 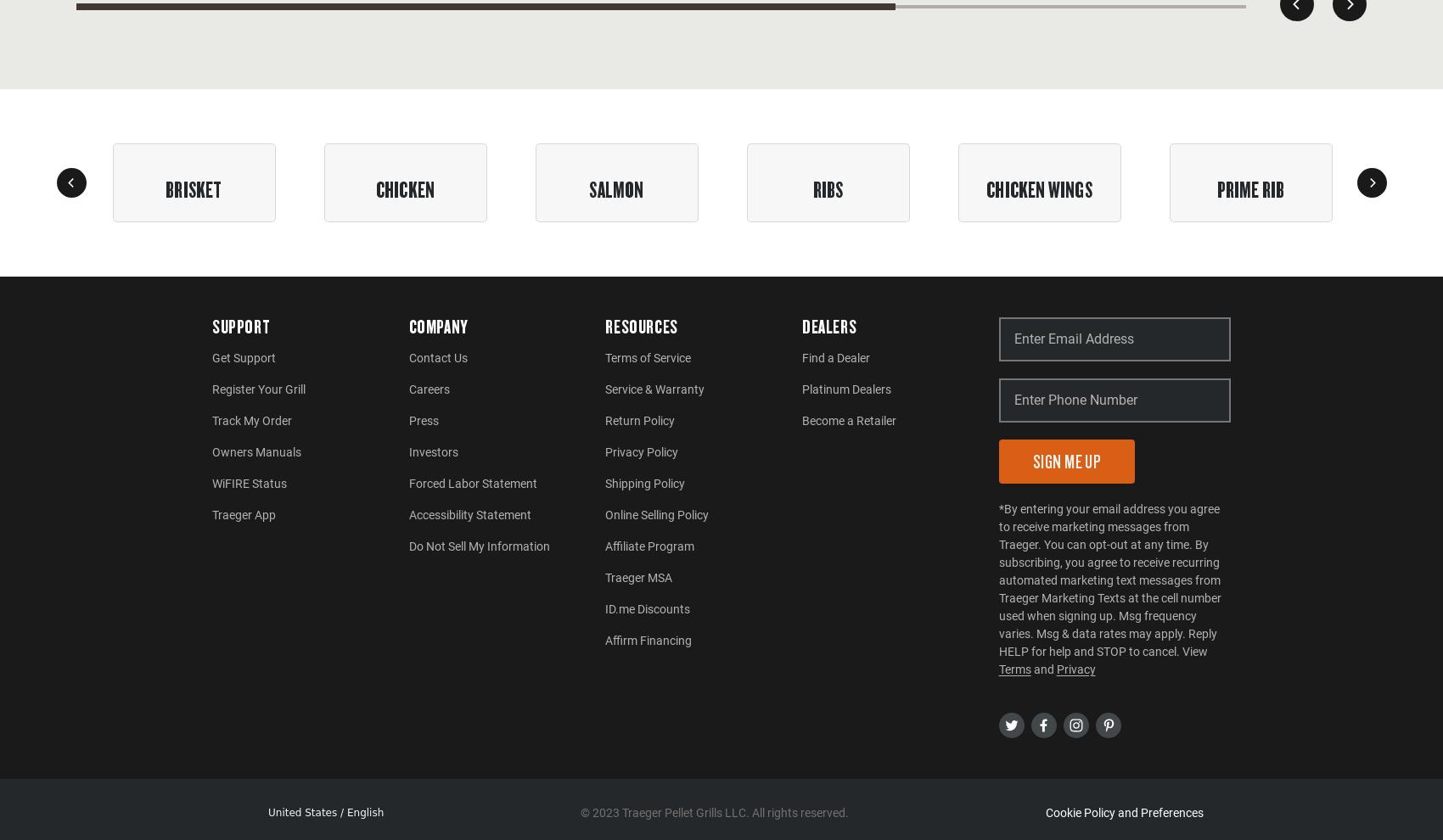 I want to click on 'Affiliate Program', so click(x=649, y=545).